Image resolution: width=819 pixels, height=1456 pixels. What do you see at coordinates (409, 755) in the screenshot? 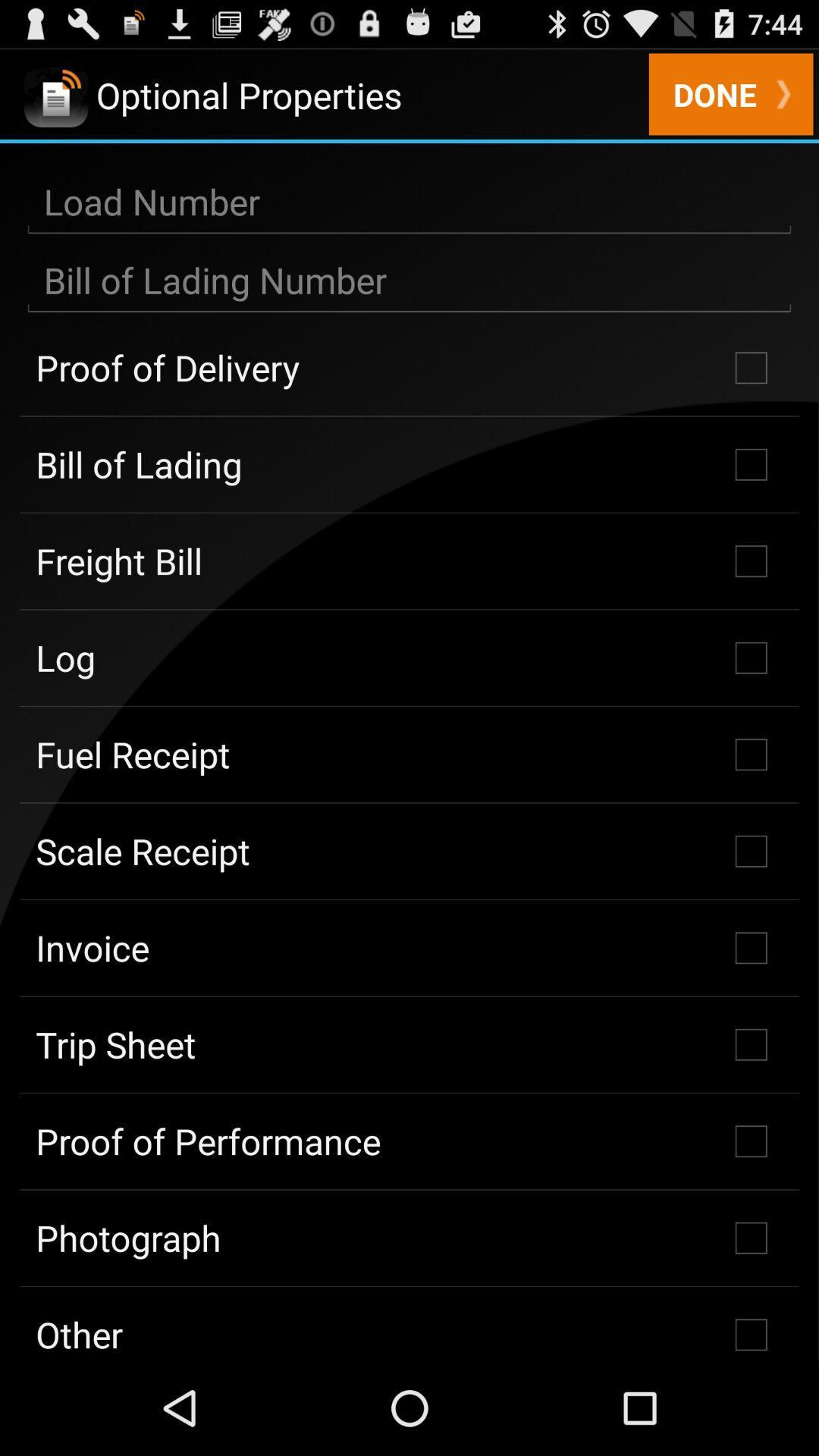
I see `icon below the log` at bounding box center [409, 755].